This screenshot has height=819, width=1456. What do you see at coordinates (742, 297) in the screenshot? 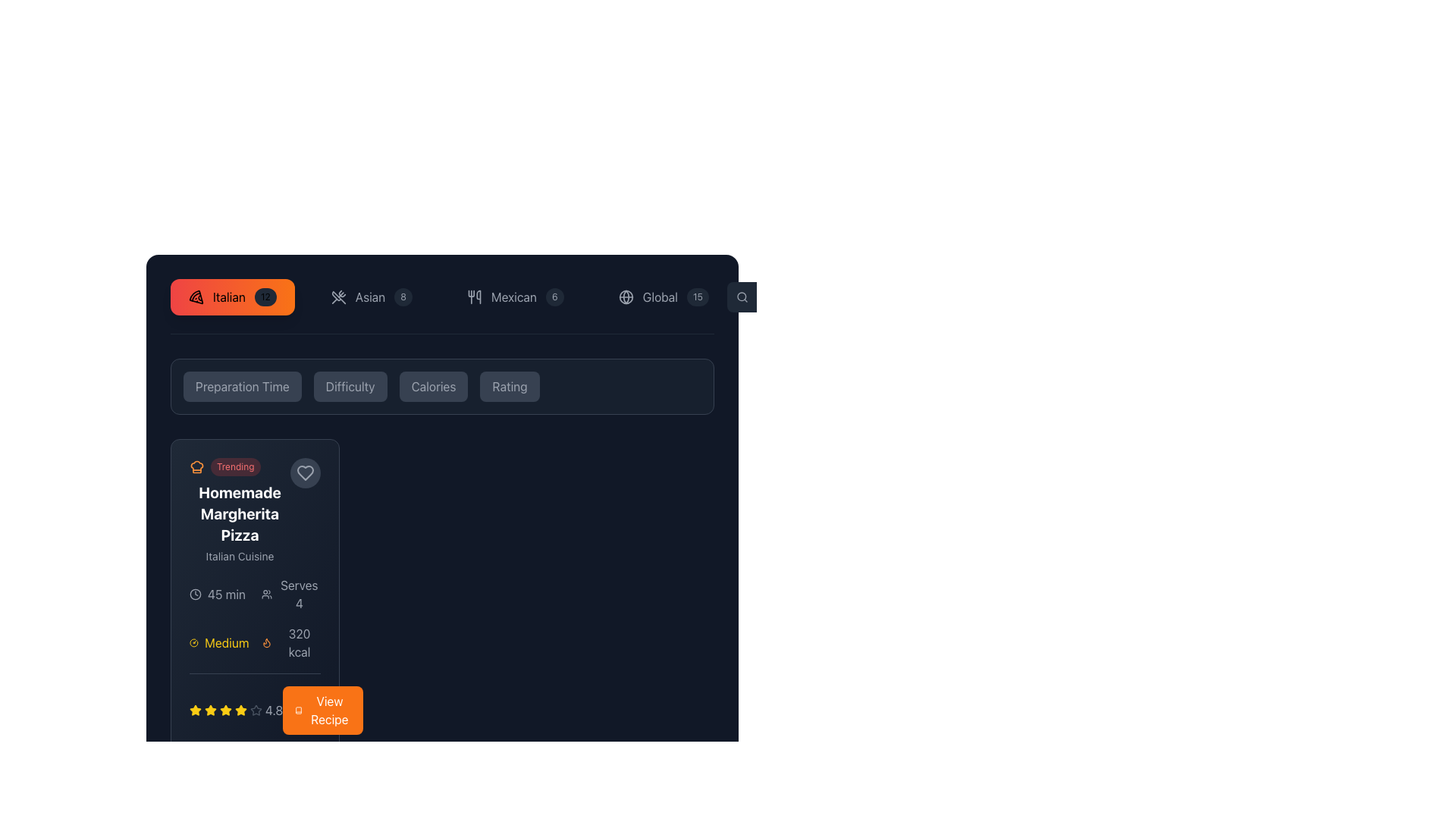
I see `the decorative search icon element located in the top-right corner of the layout` at bounding box center [742, 297].